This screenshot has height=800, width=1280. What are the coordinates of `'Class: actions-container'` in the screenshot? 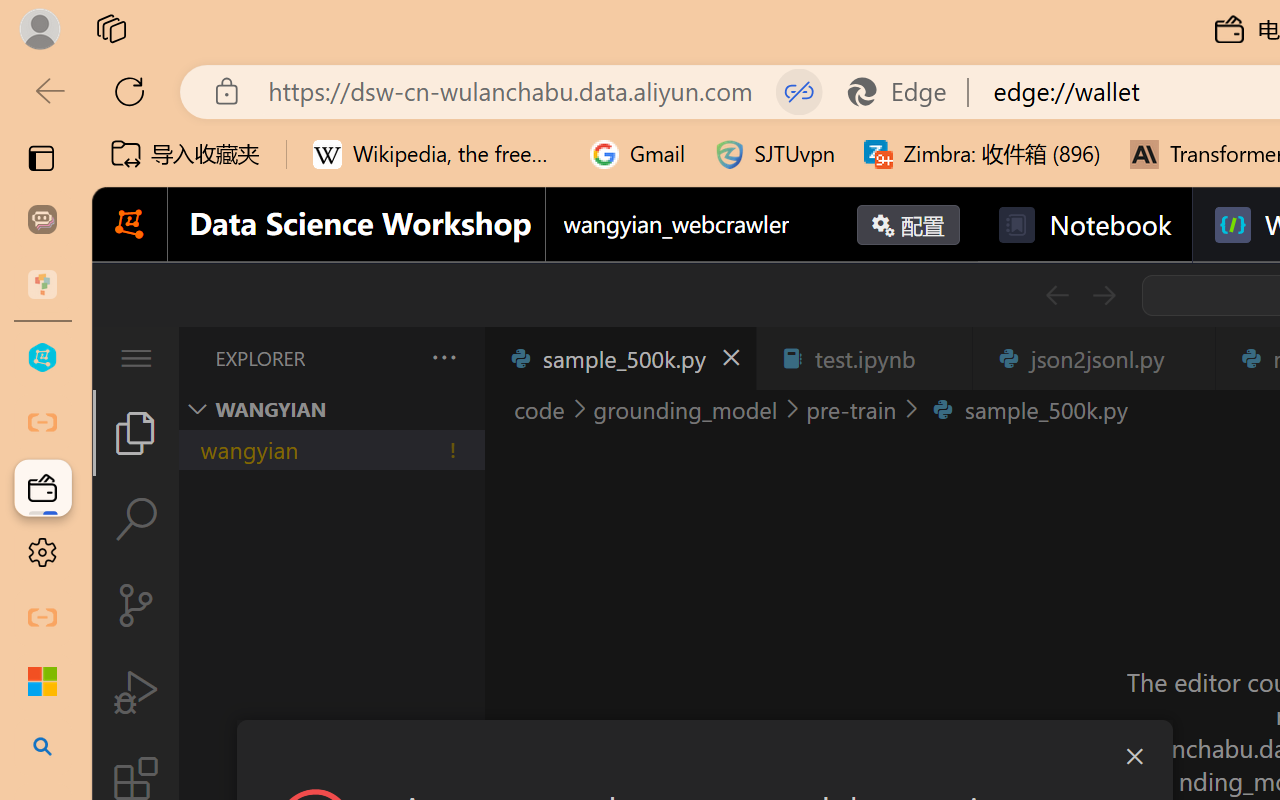 It's located at (704, 756).